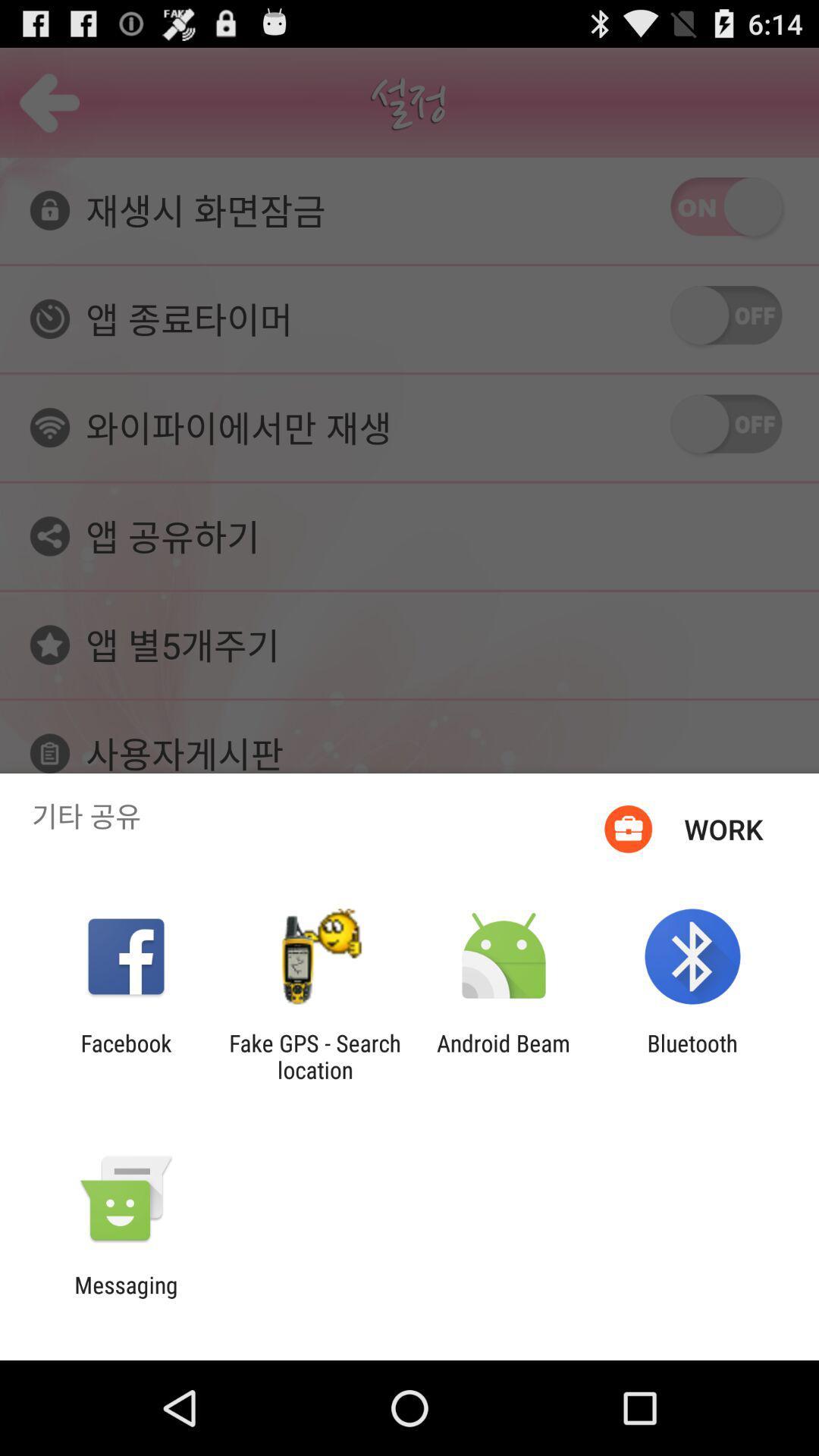  I want to click on the icon next to android beam icon, so click(314, 1056).